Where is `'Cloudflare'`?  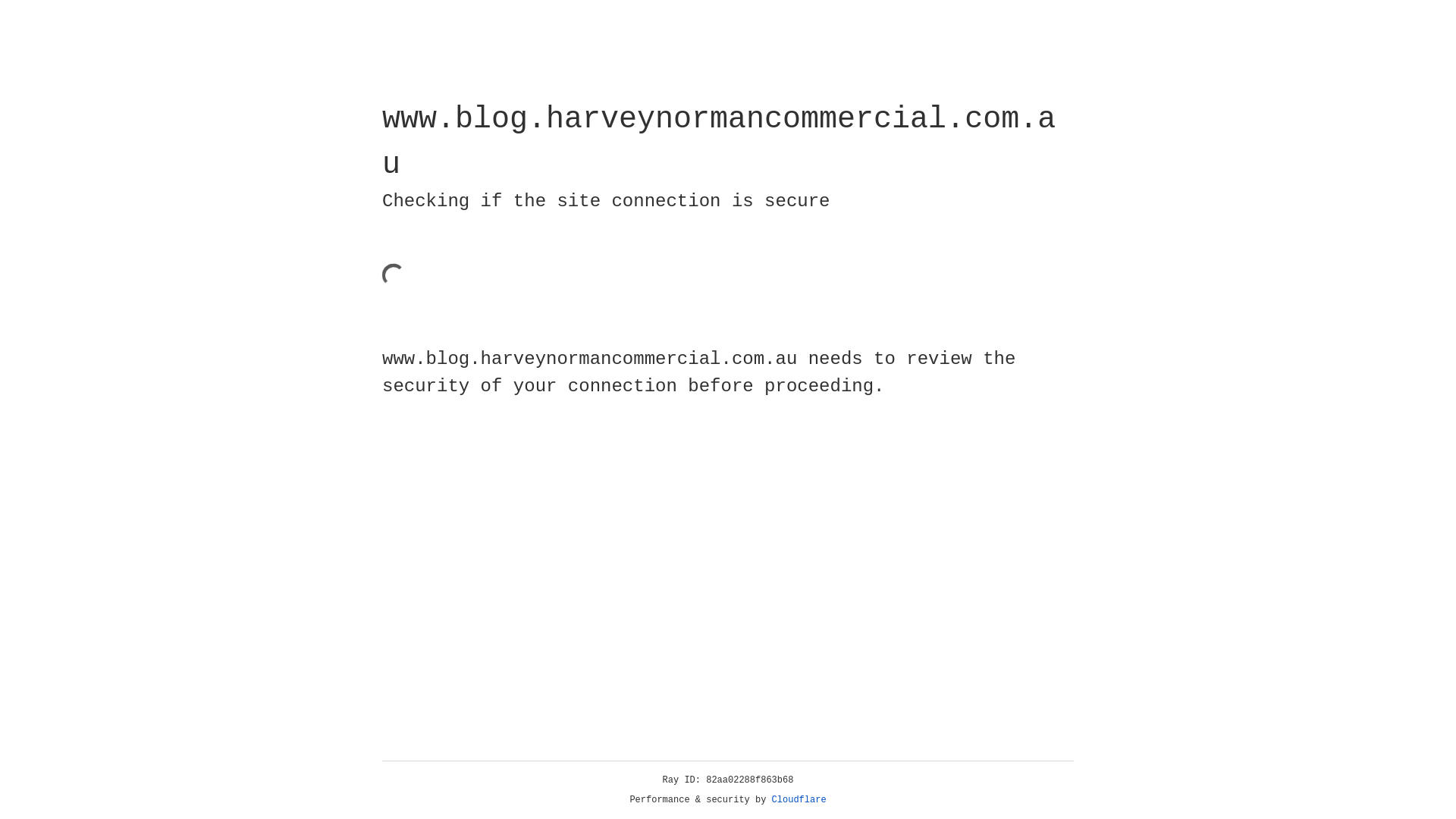
'Cloudflare' is located at coordinates (771, 799).